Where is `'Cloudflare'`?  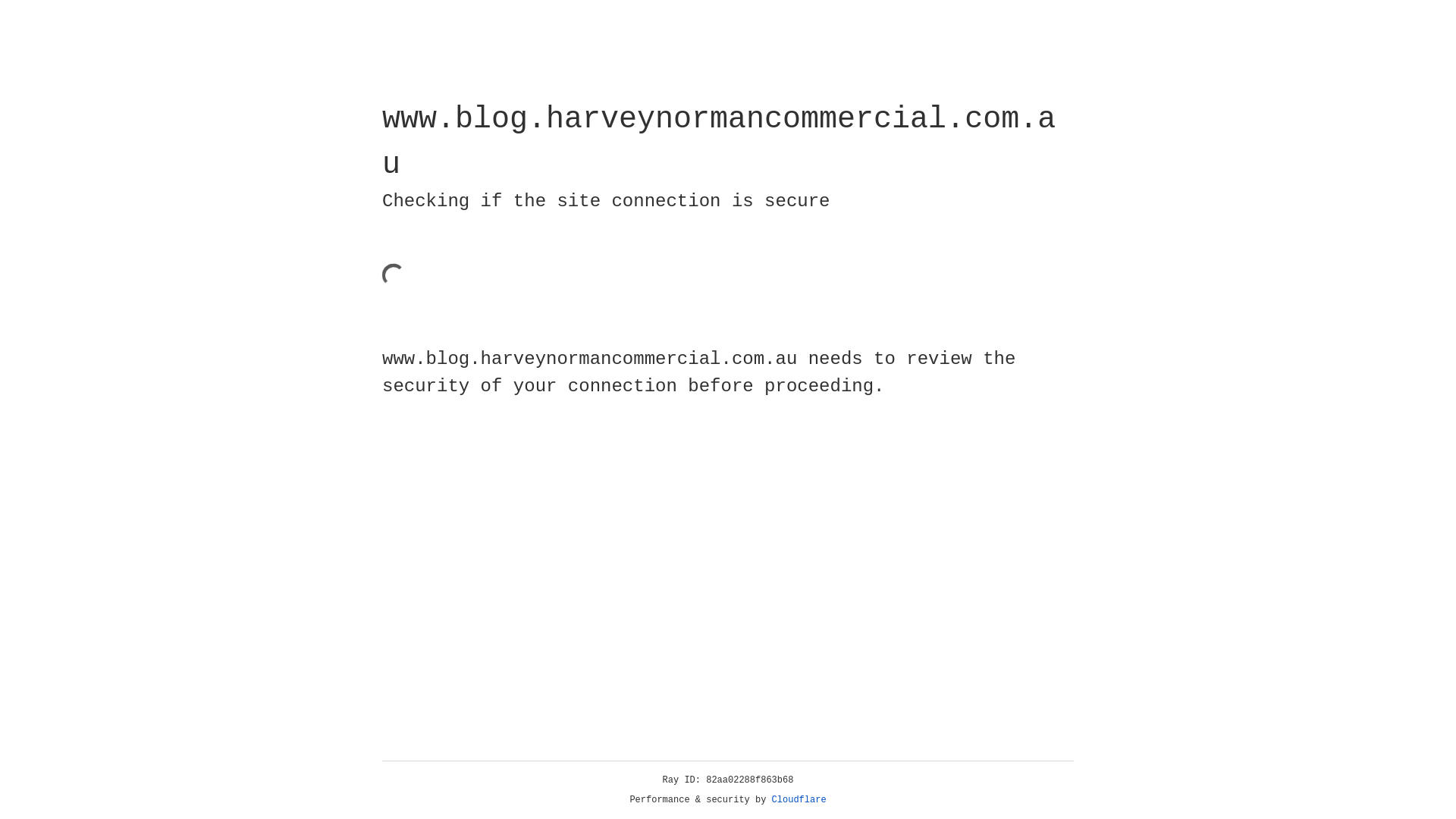
'Cloudflare' is located at coordinates (771, 799).